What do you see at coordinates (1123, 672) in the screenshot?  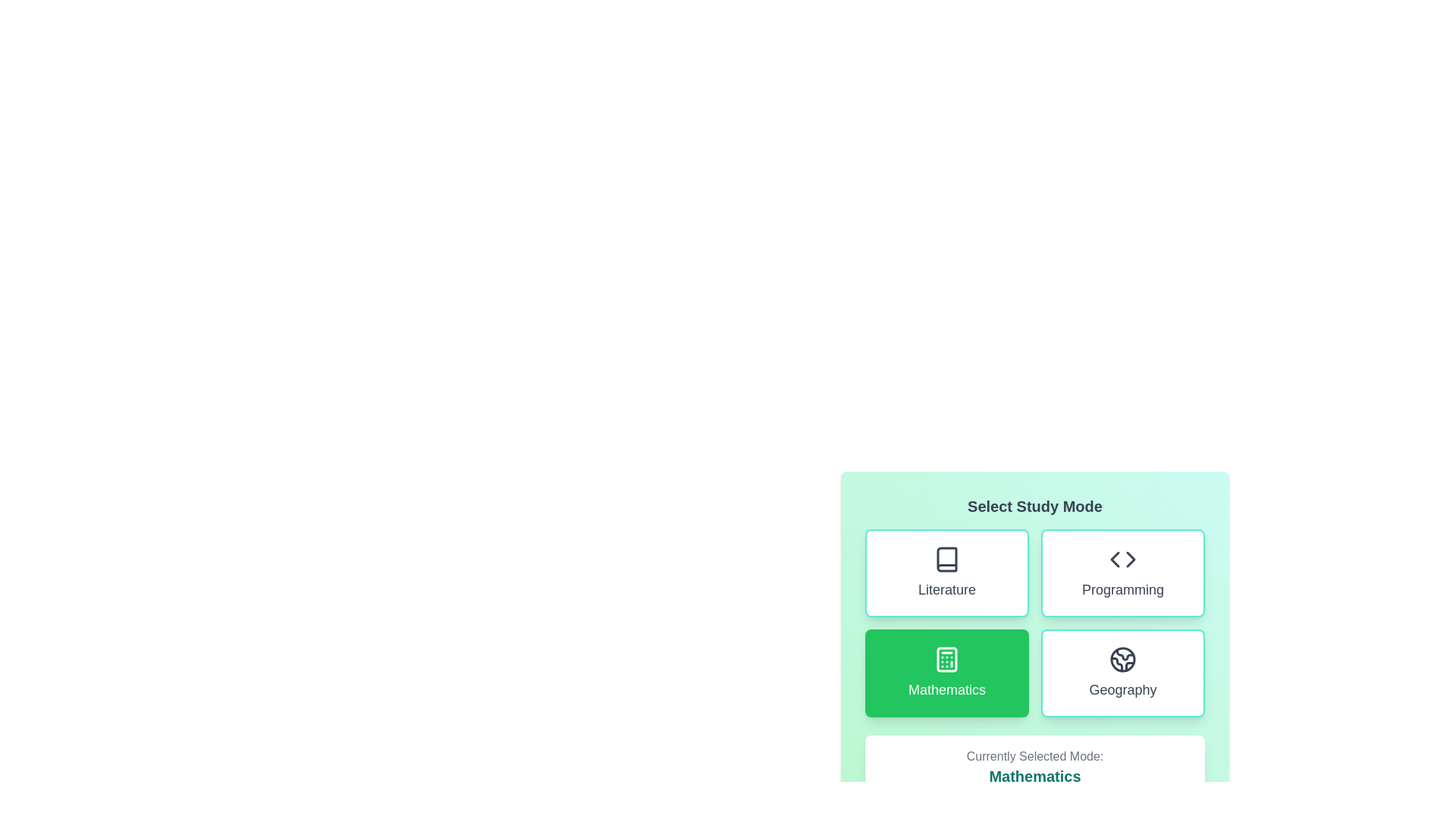 I see `the button for Geography to observe visual changes` at bounding box center [1123, 672].